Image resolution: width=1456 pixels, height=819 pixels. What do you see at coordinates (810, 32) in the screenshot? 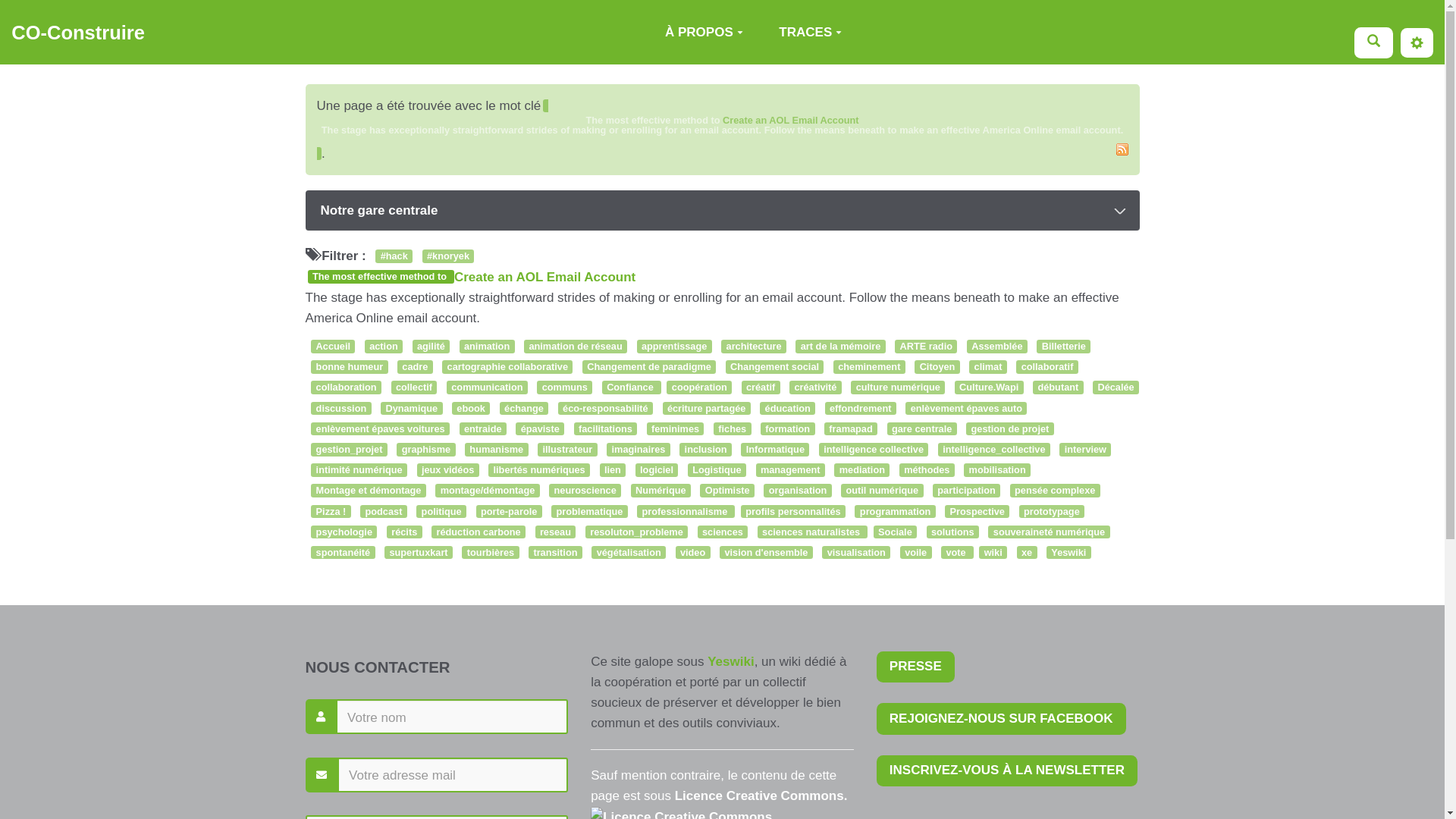
I see `'TRACES'` at bounding box center [810, 32].